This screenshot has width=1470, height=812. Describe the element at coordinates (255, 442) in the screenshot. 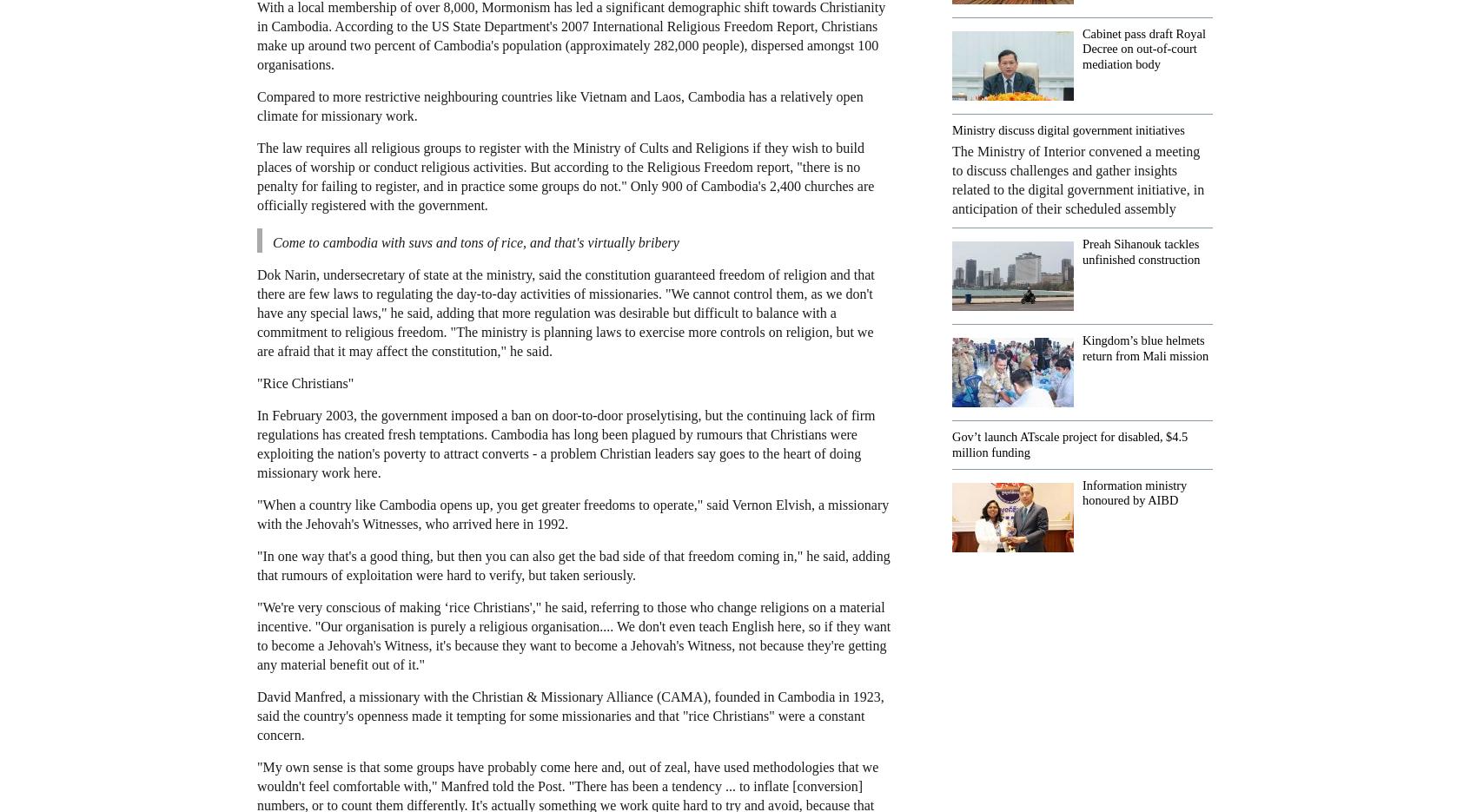

I see `'In February 2003, the government imposed a ban on door-to-door proselytising, but the continuing lack of firm regulations has created fresh temptations. Cambodia has long been plagued by rumours that Christians were exploiting the nation's poverty to attract converts - a problem Christian leaders say goes to the heart of doing missionary work here.'` at that location.